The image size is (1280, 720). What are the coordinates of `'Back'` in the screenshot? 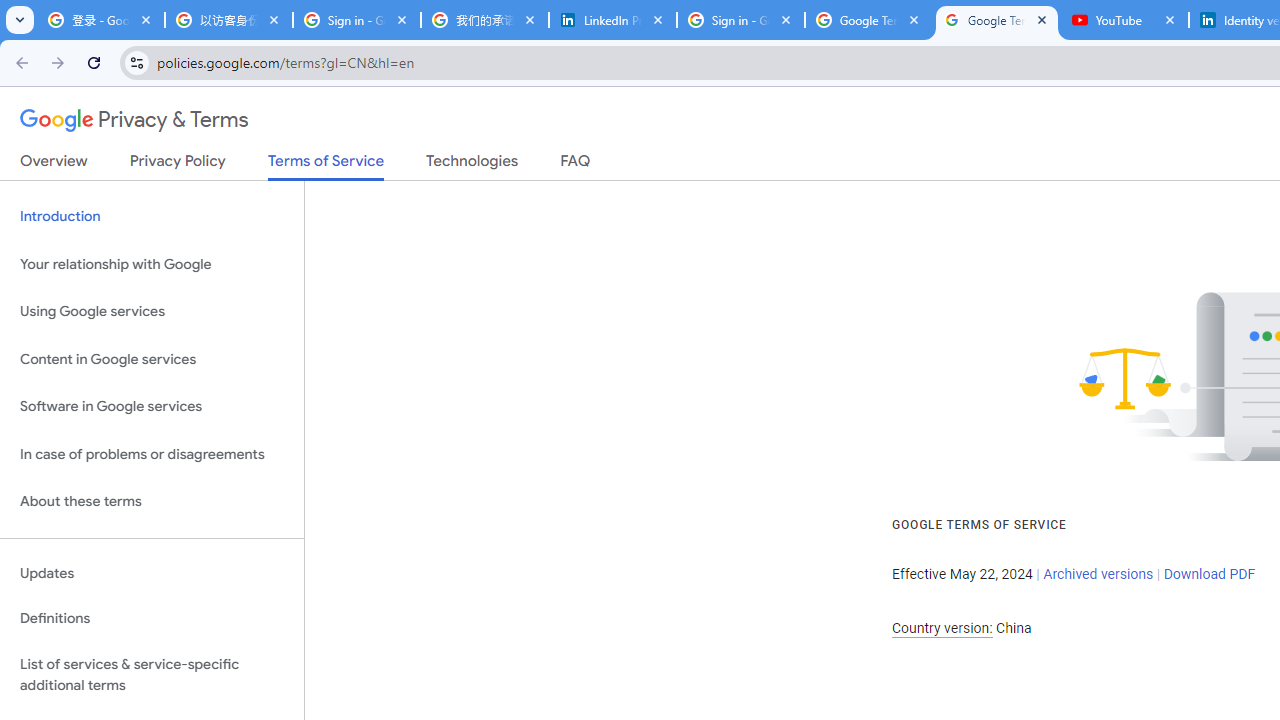 It's located at (19, 61).